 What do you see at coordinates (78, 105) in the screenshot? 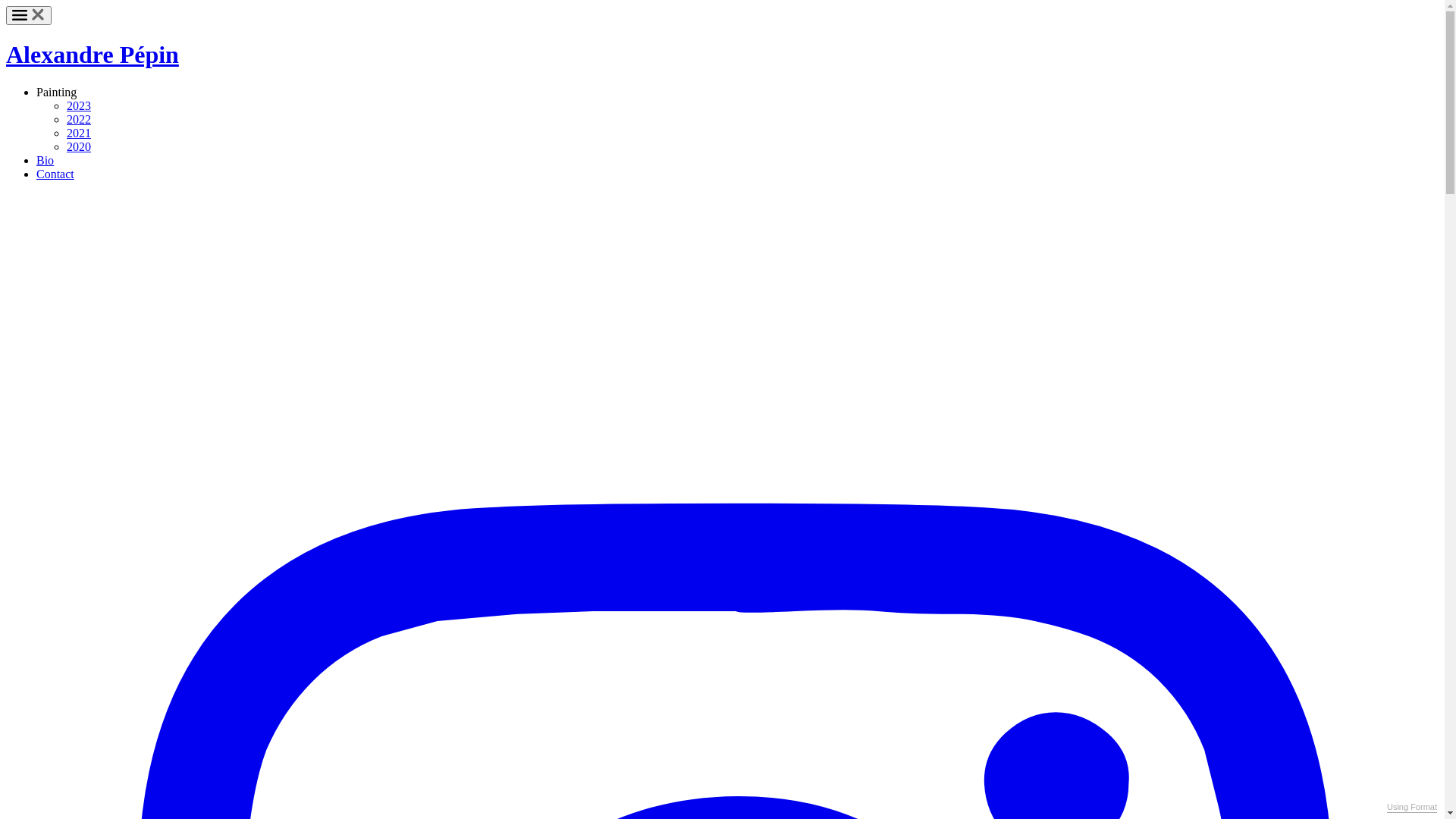
I see `'2023'` at bounding box center [78, 105].